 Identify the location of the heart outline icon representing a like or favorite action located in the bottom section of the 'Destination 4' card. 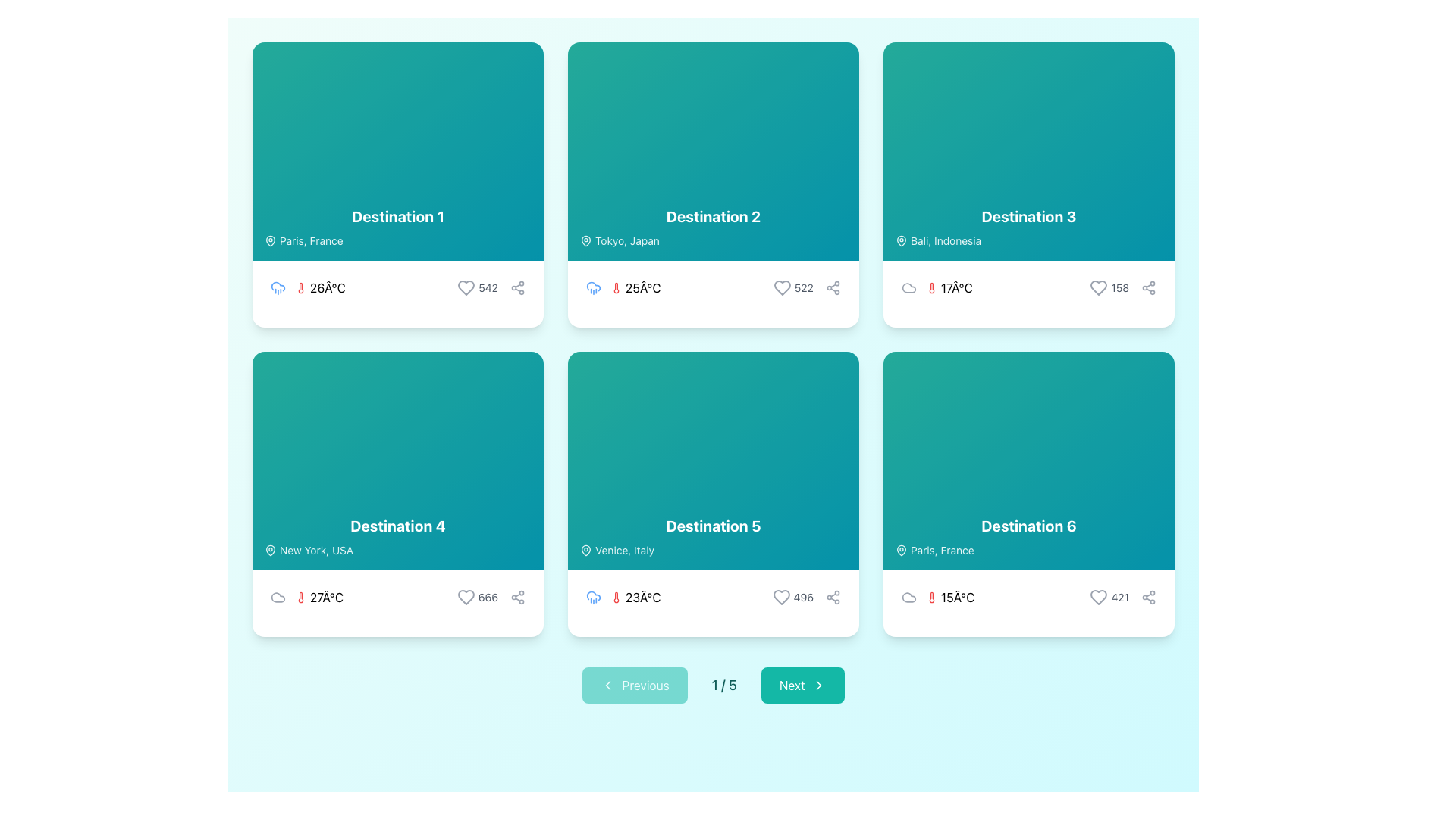
(465, 596).